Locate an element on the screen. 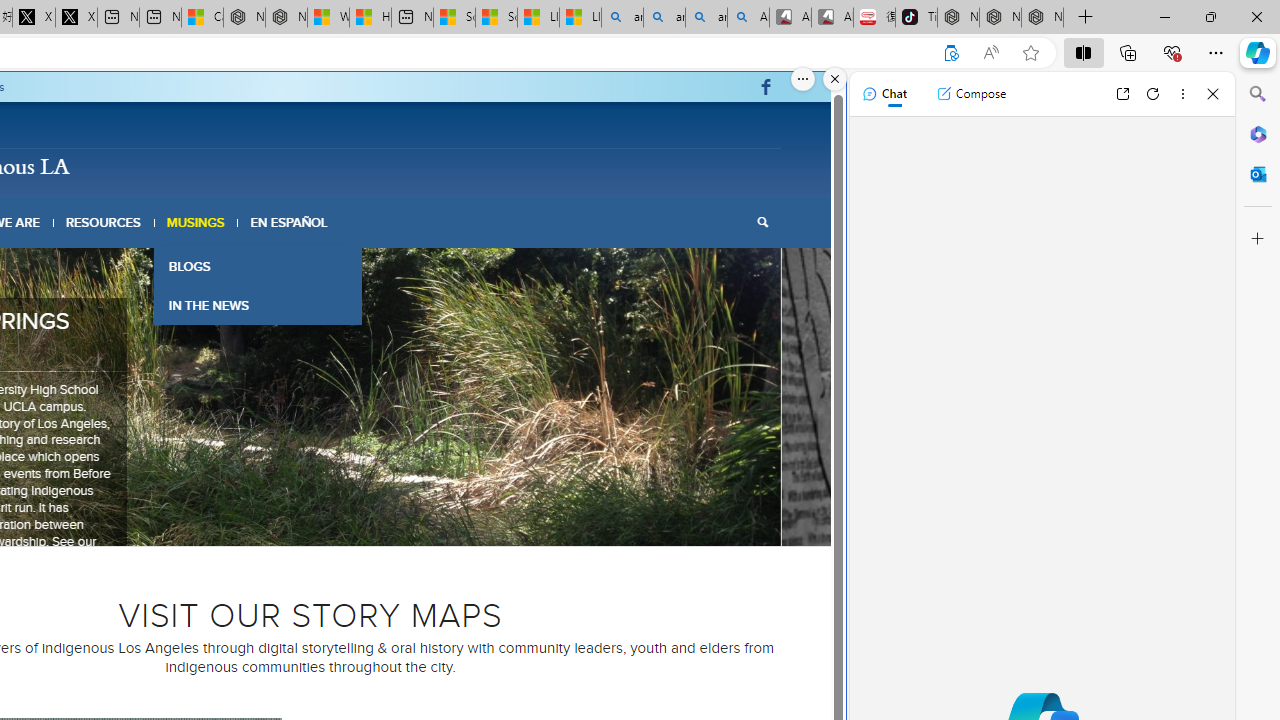 Image resolution: width=1280 pixels, height=720 pixels. 'Link to Facebook' is located at coordinates (765, 86).